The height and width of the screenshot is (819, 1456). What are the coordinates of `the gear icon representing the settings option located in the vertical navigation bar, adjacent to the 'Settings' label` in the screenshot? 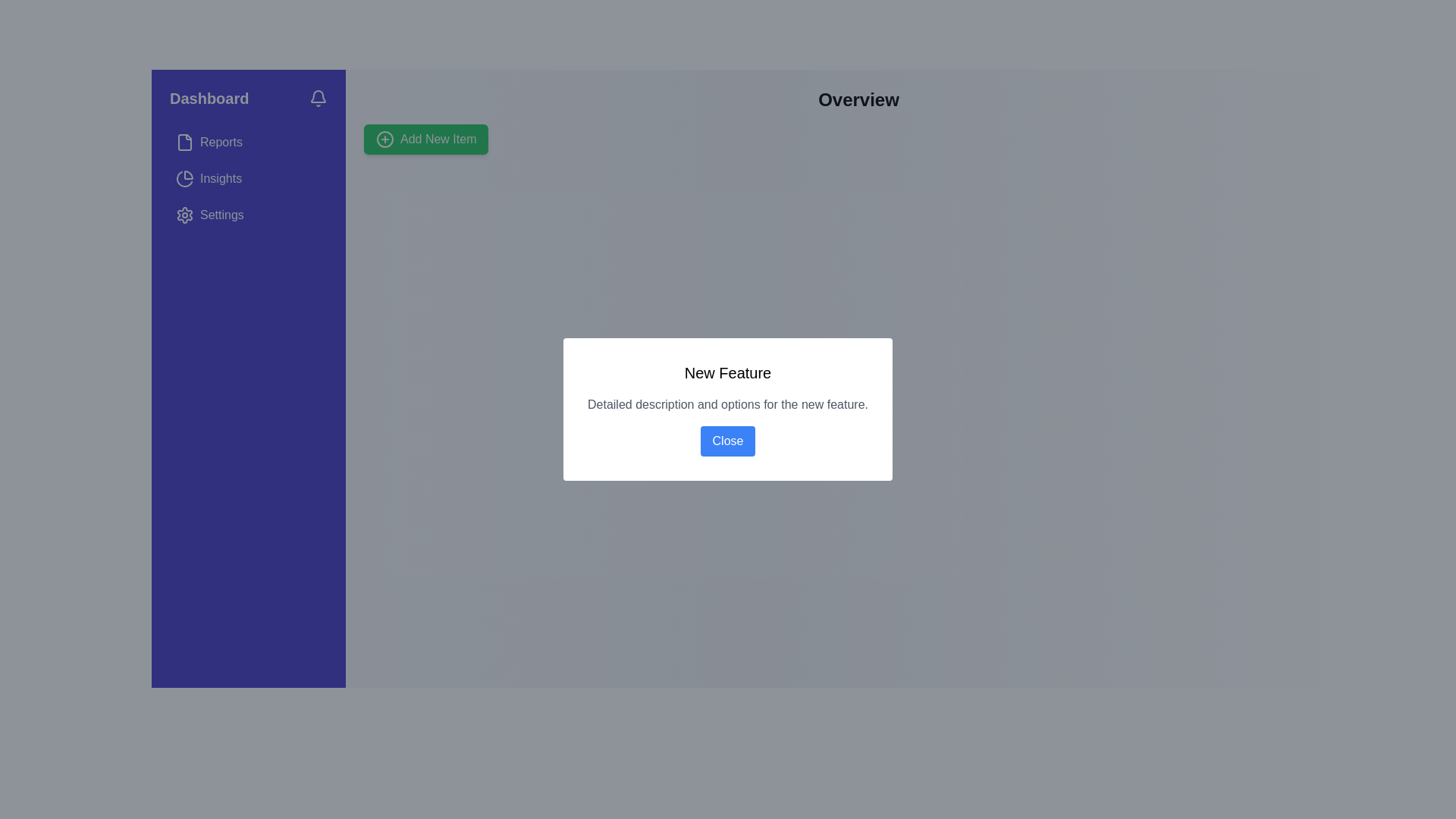 It's located at (184, 215).